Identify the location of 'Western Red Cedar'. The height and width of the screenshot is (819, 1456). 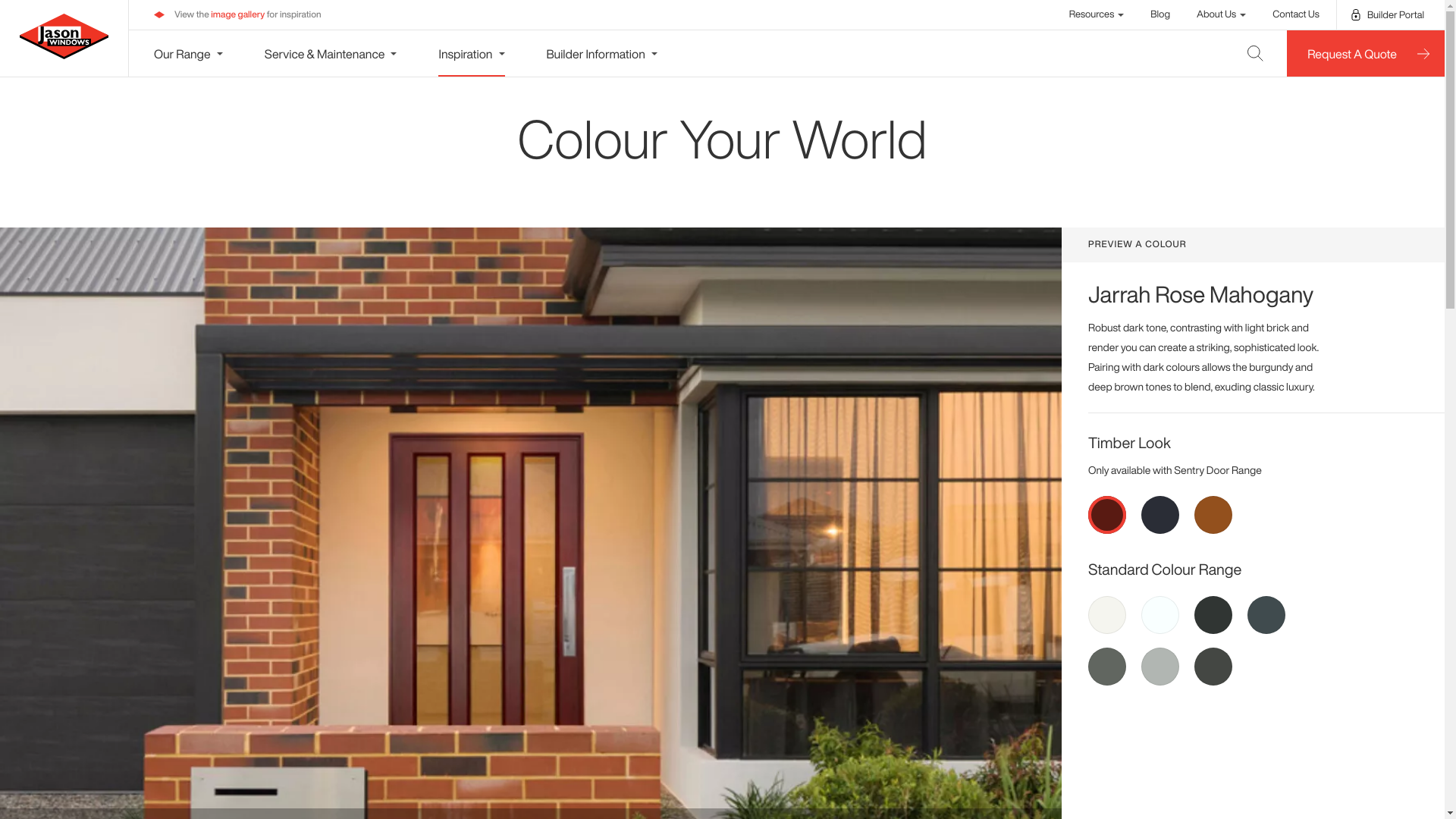
(1193, 513).